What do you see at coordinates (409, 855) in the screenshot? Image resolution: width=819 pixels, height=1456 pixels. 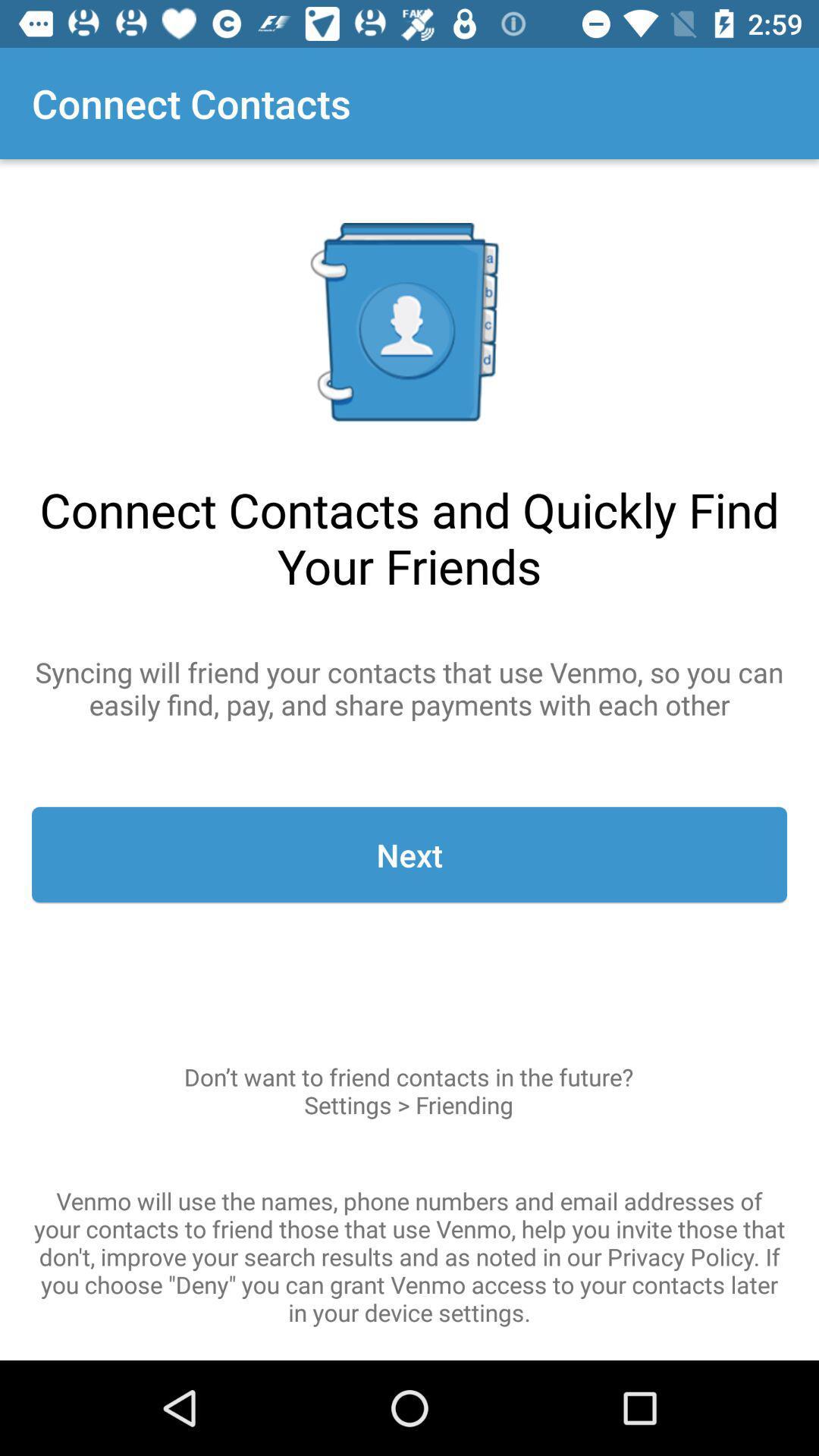 I see `next icon` at bounding box center [409, 855].